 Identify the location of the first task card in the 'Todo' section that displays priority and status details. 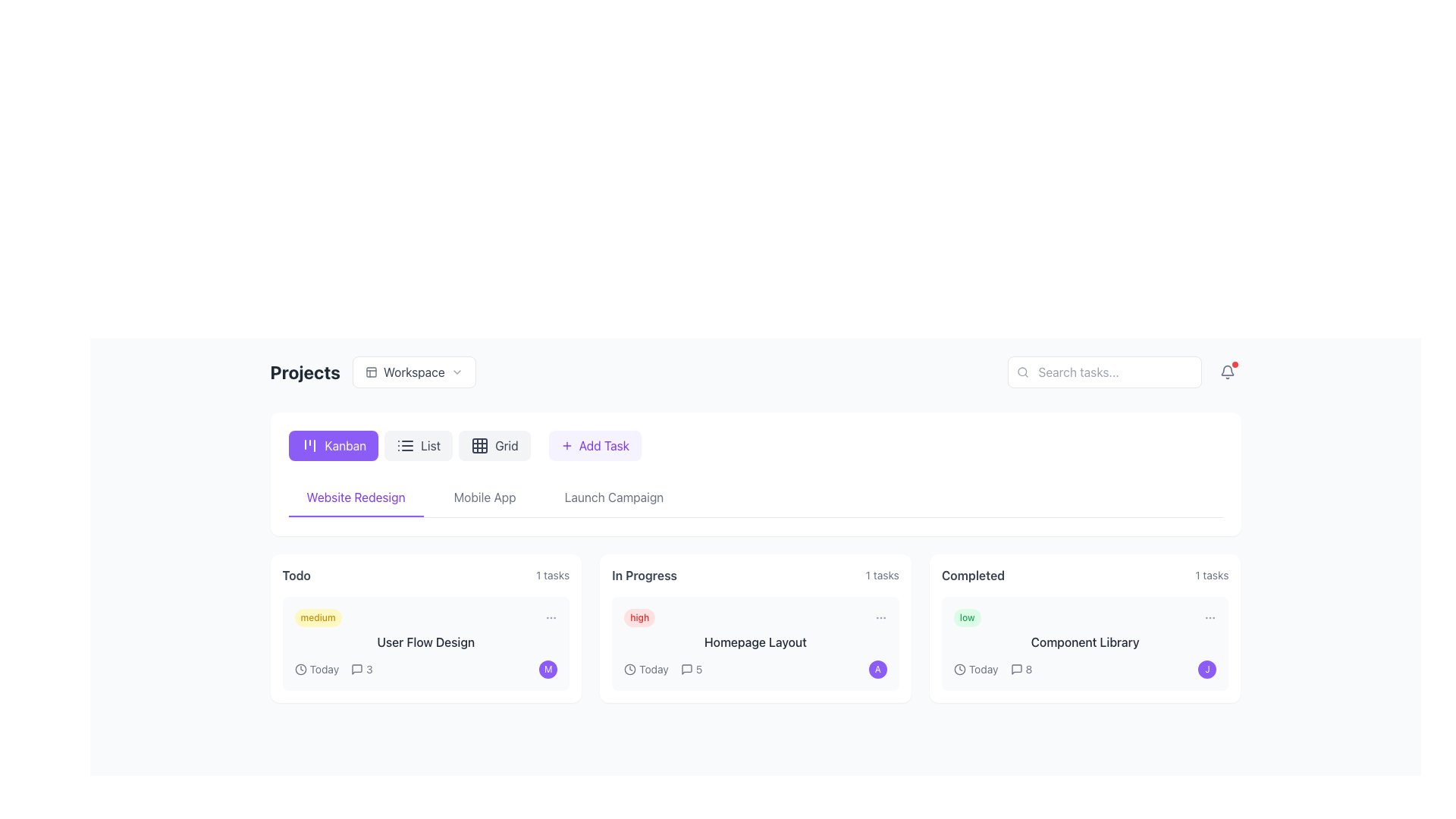
(425, 629).